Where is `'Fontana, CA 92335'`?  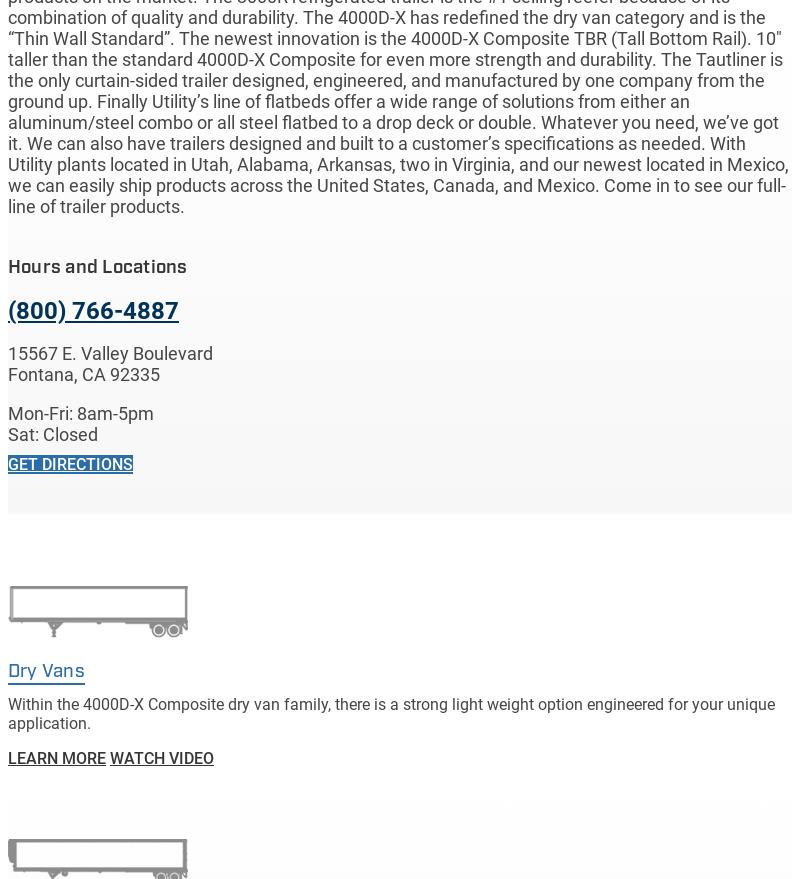
'Fontana, CA 92335' is located at coordinates (84, 374).